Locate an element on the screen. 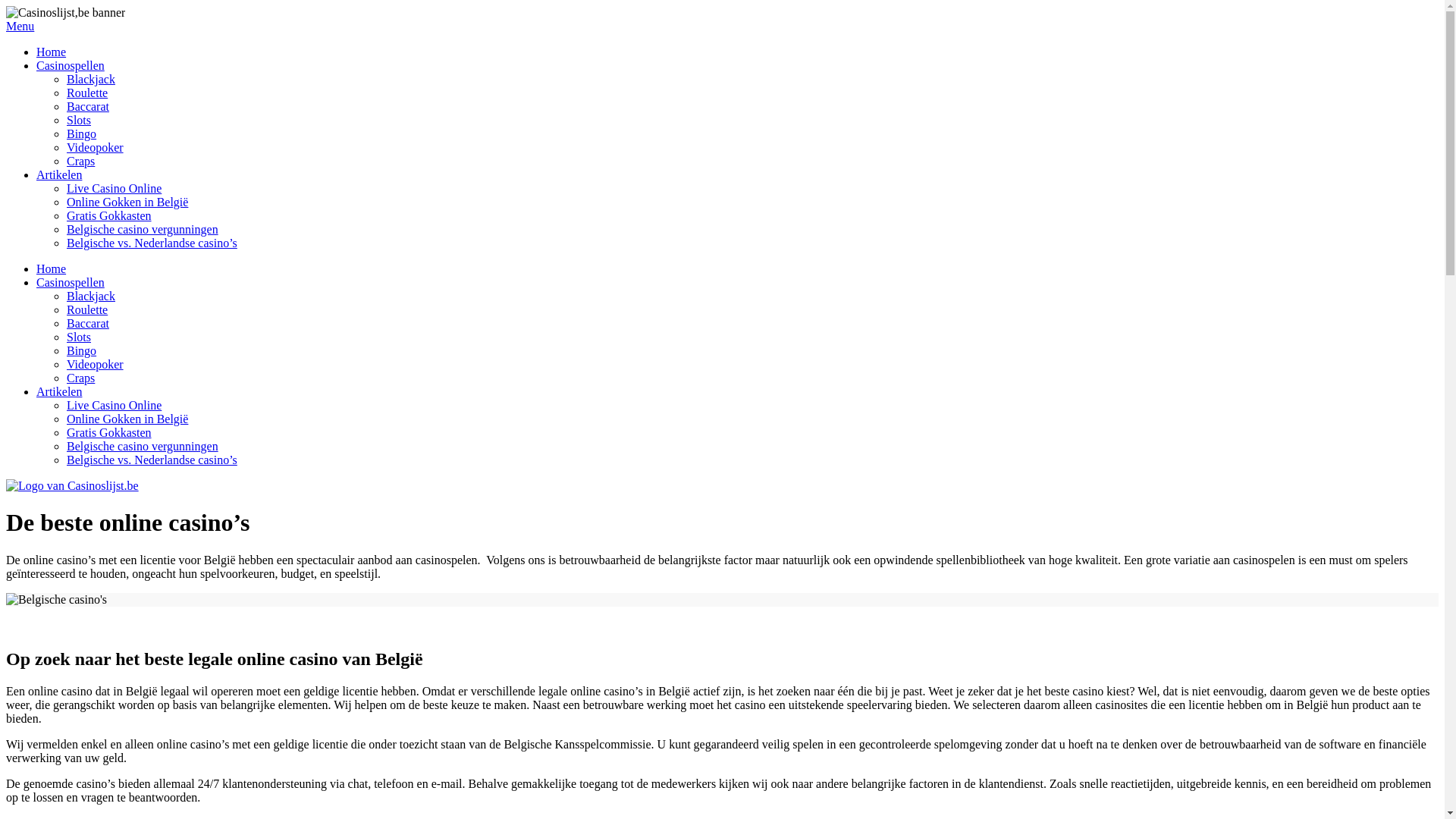 Image resolution: width=1456 pixels, height=819 pixels. 'Craps' is located at coordinates (80, 161).